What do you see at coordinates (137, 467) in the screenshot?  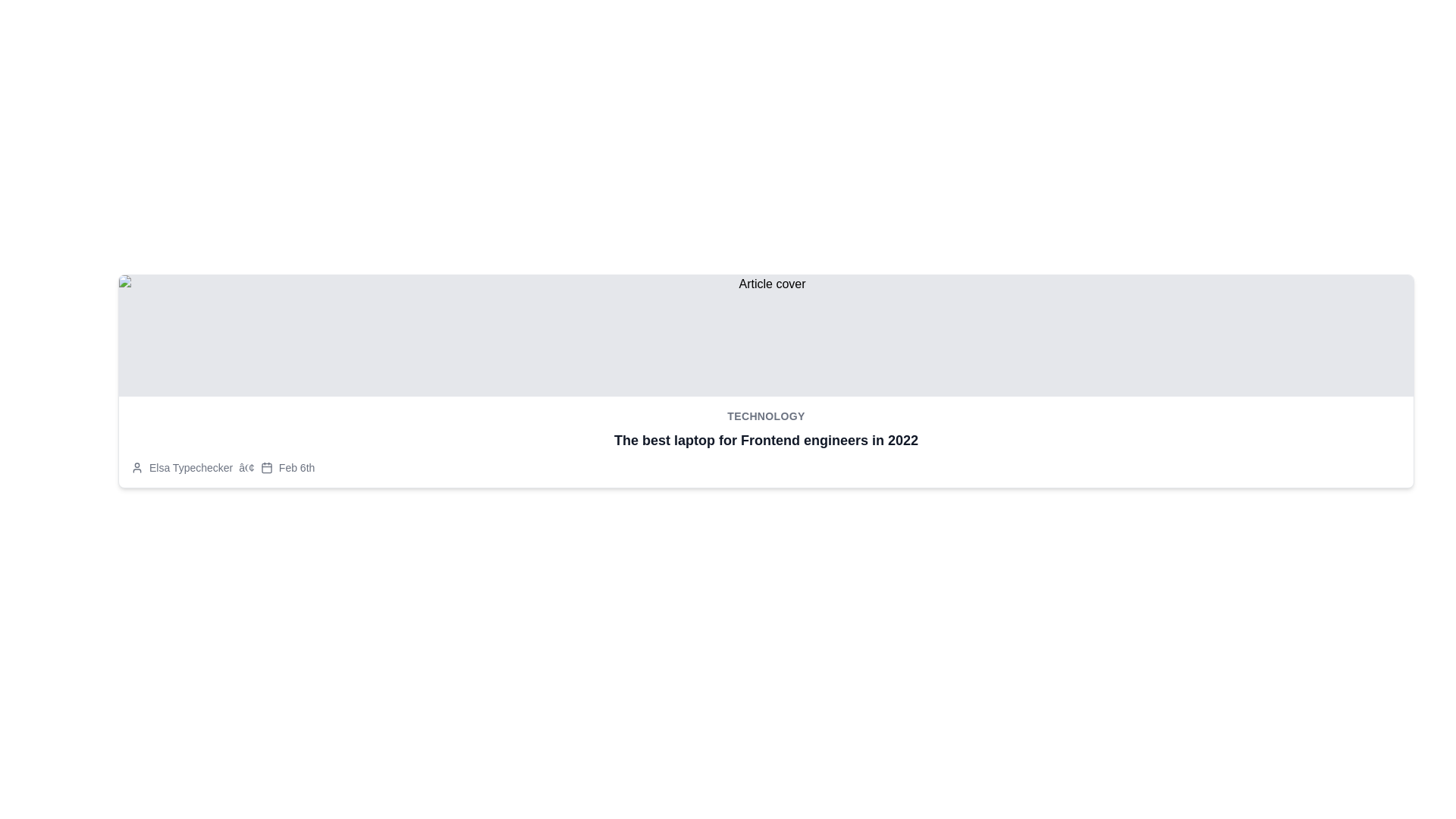 I see `the user icon that appears at the start of the text line reading 'Elsa Typechecker â¢ Feb 6th'` at bounding box center [137, 467].